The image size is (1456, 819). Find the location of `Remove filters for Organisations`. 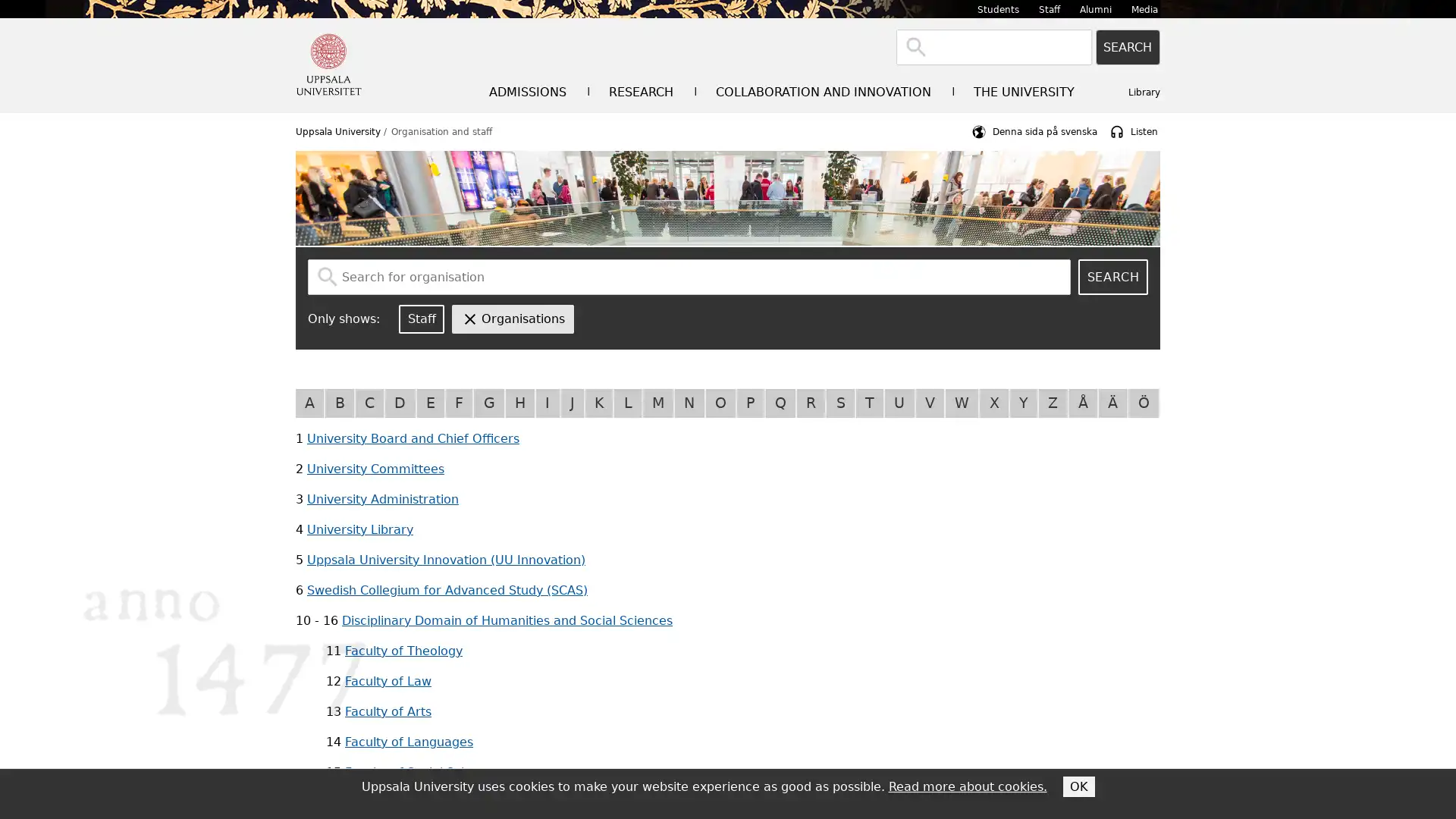

Remove filters for Organisations is located at coordinates (513, 318).